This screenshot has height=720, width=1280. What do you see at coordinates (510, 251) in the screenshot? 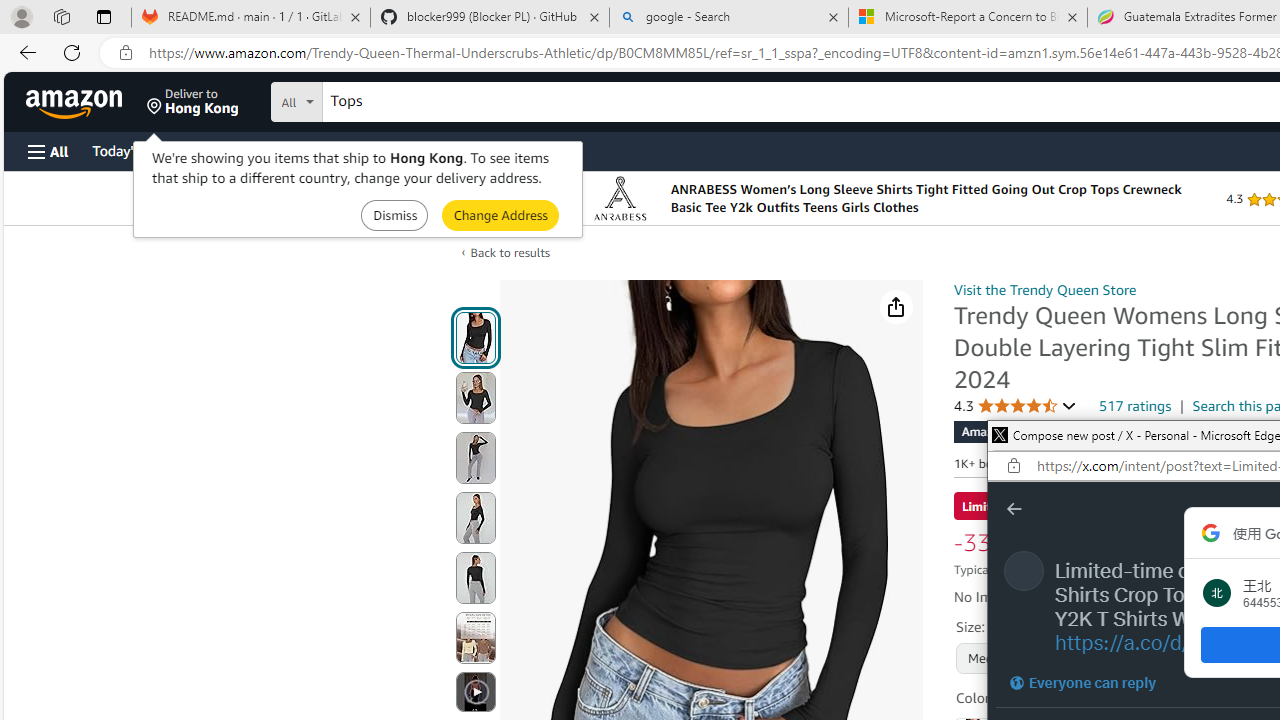
I see `'Back to results'` at bounding box center [510, 251].